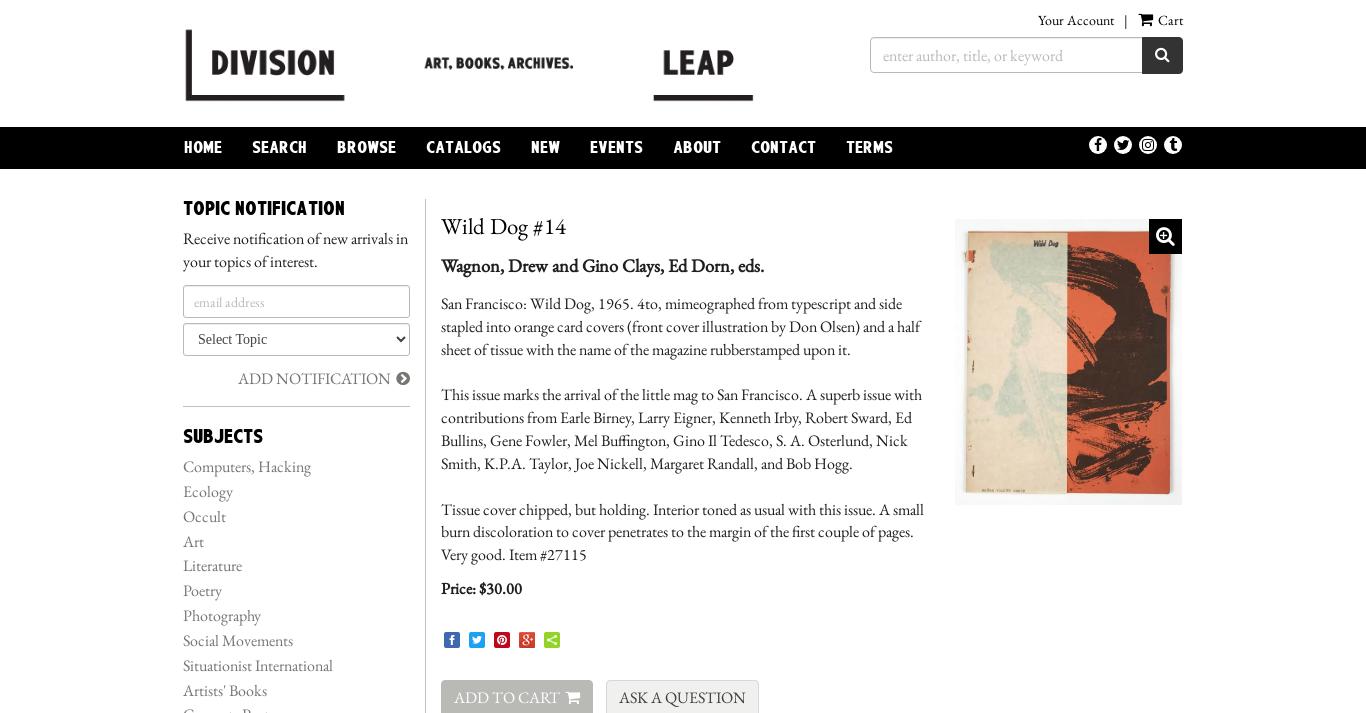 Image resolution: width=1366 pixels, height=713 pixels. What do you see at coordinates (484, 301) in the screenshot?
I see `'San Francisco:'` at bounding box center [484, 301].